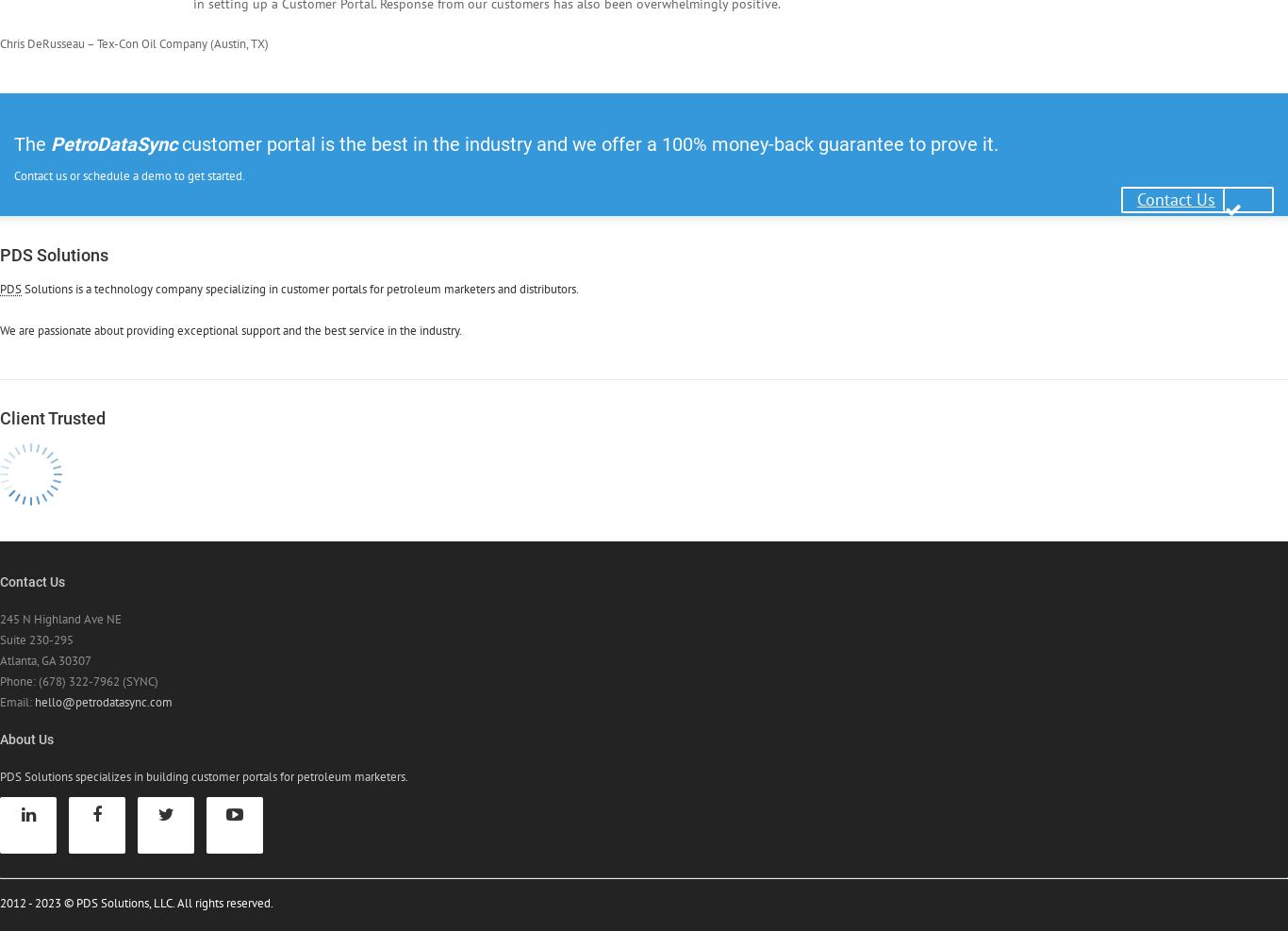 The width and height of the screenshot is (1288, 931). Describe the element at coordinates (113, 141) in the screenshot. I see `'PetroDataSync'` at that location.